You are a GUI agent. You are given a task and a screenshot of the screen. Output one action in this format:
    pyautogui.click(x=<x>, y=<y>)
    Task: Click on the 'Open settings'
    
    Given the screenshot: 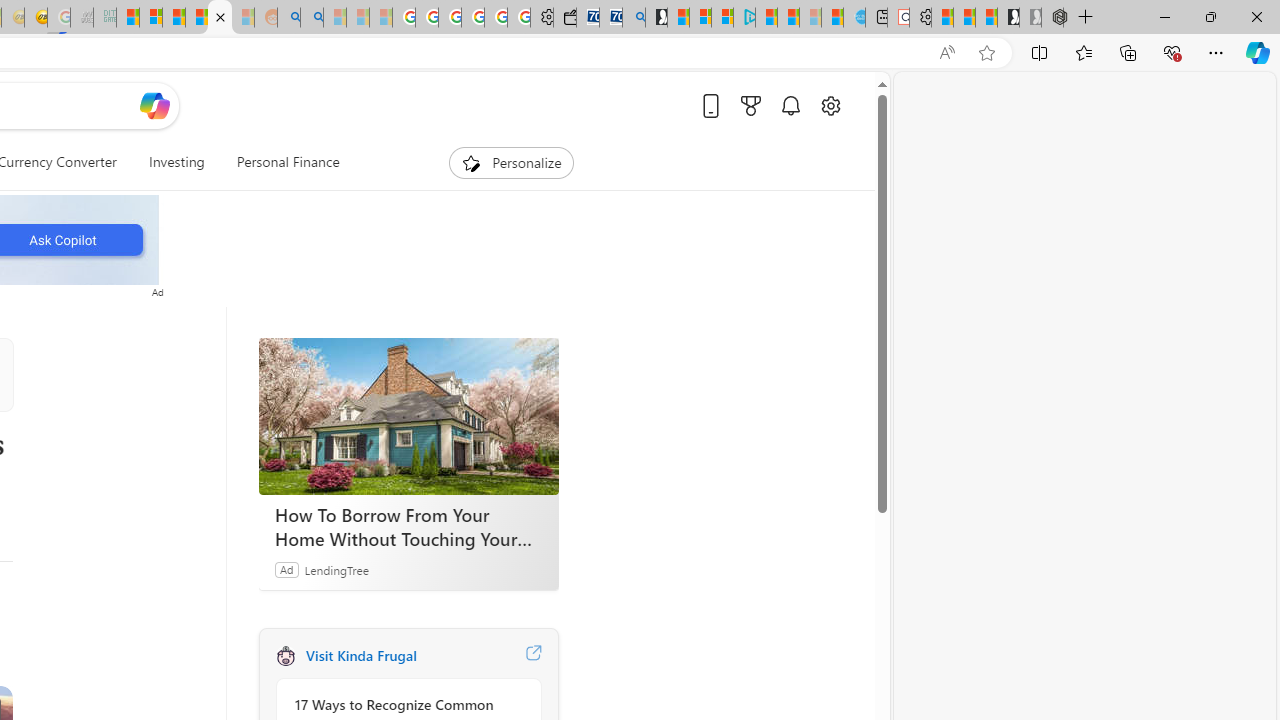 What is the action you would take?
    pyautogui.click(x=830, y=105)
    